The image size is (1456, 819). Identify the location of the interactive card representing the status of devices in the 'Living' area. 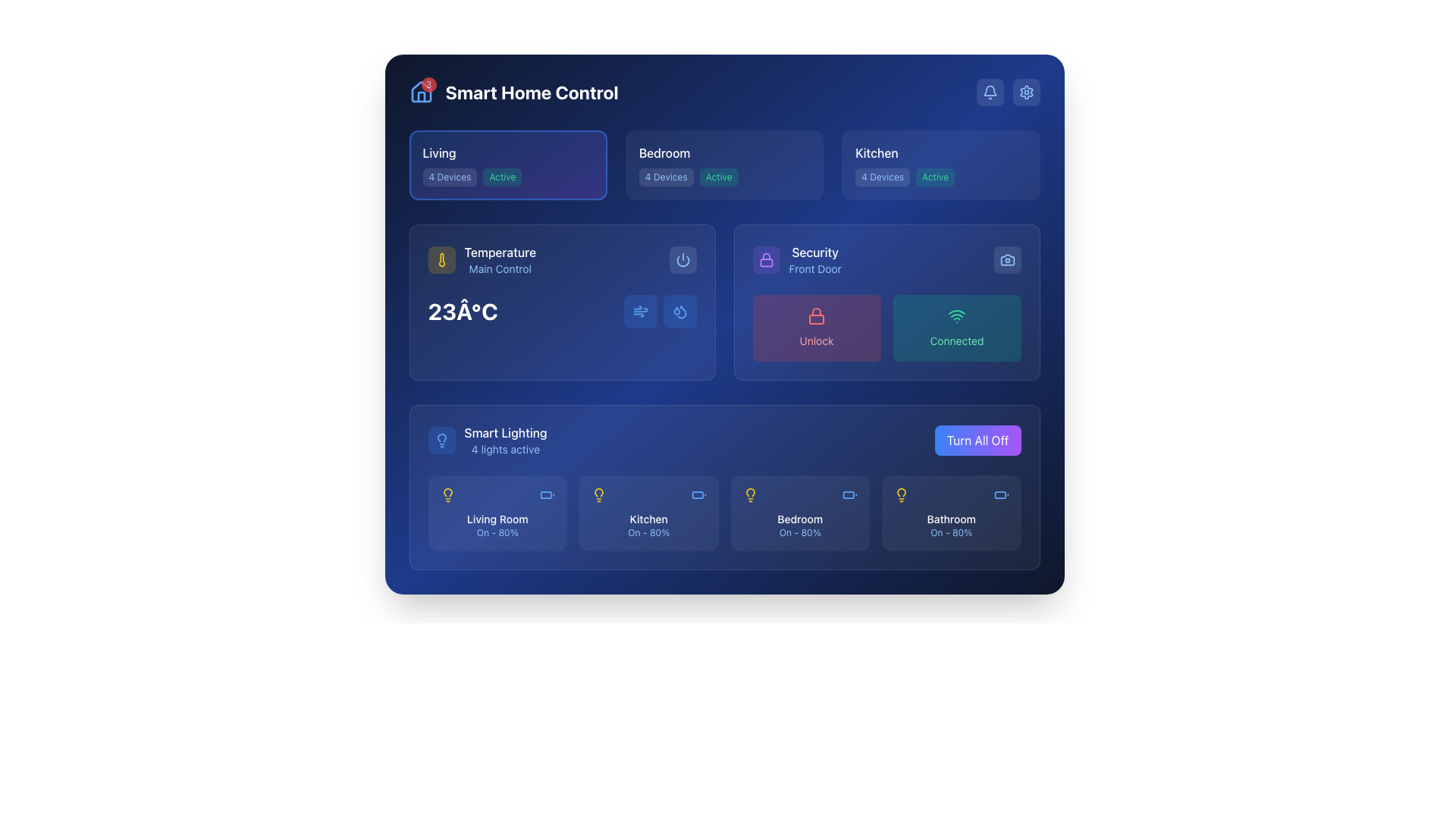
(508, 165).